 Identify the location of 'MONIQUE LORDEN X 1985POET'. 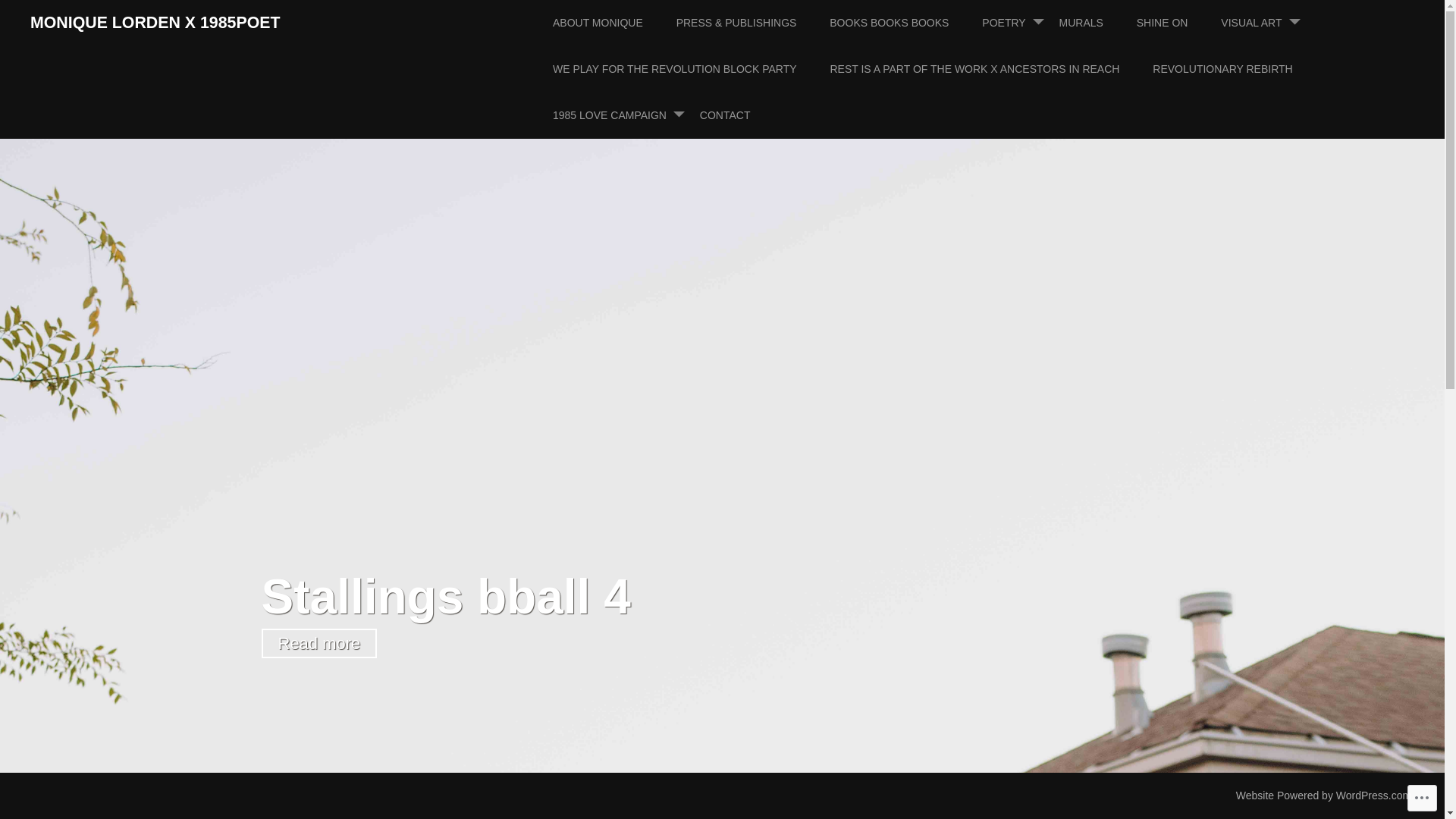
(155, 23).